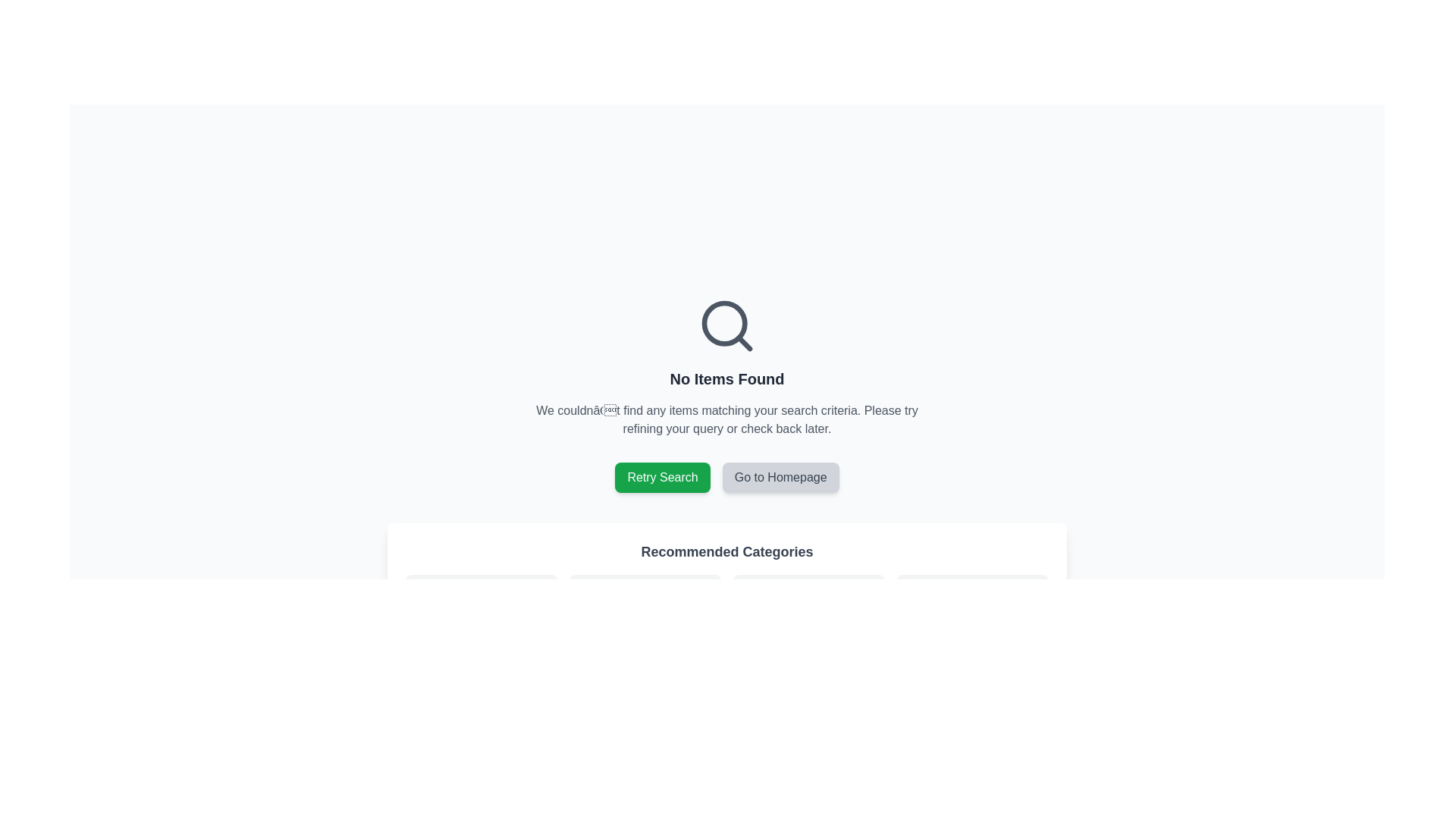 The height and width of the screenshot is (819, 1456). Describe the element at coordinates (480, 610) in the screenshot. I see `the 'Electronics' category card located in the top-left corner of the grid under 'Recommended Categories'` at that location.